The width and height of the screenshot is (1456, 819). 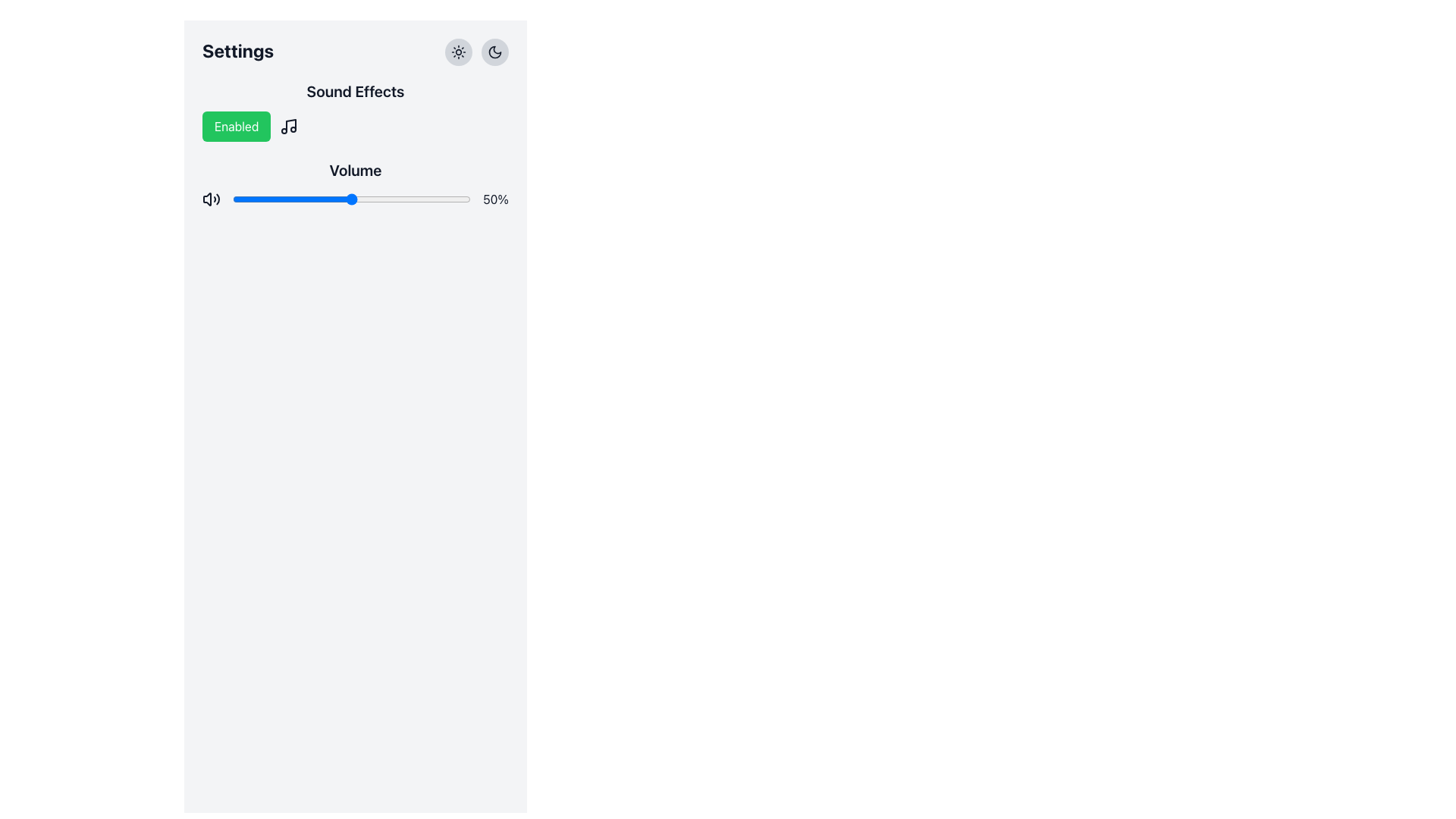 I want to click on the button in the top-right corner of the settings panel, so click(x=457, y=52).